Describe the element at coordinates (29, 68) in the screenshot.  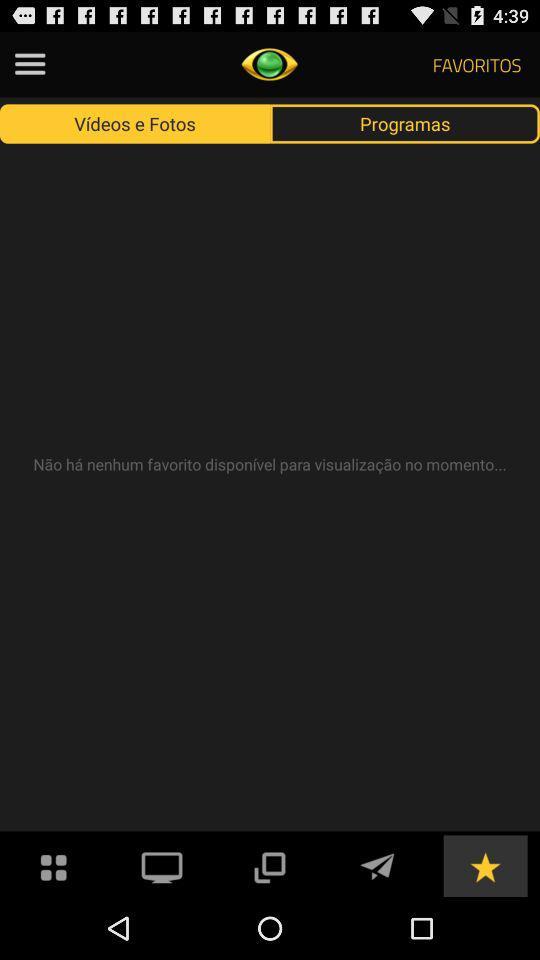
I see `the menu icon` at that location.